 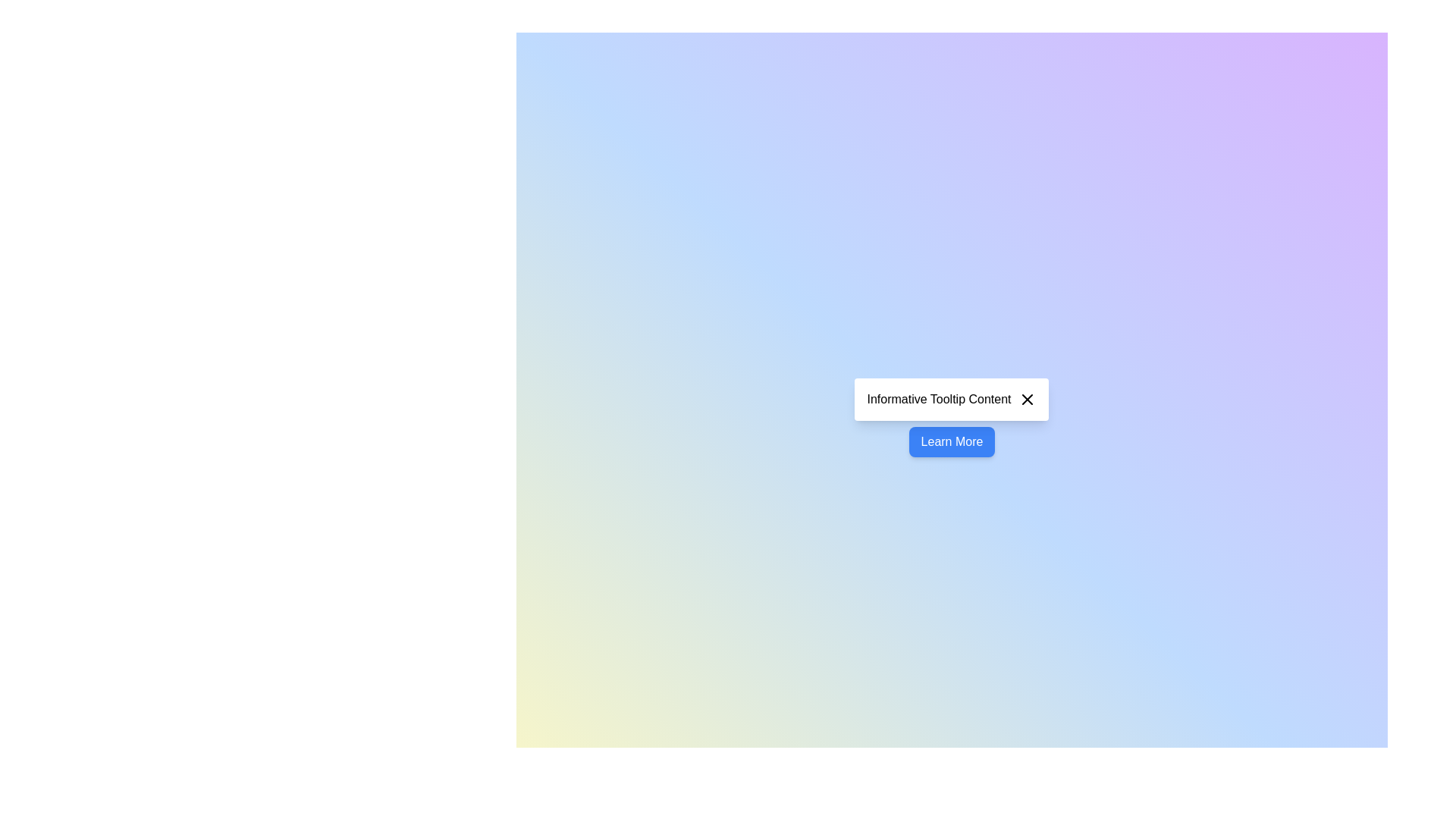 I want to click on the close button located in the top right corner of the tooltip box, so click(x=1028, y=399).